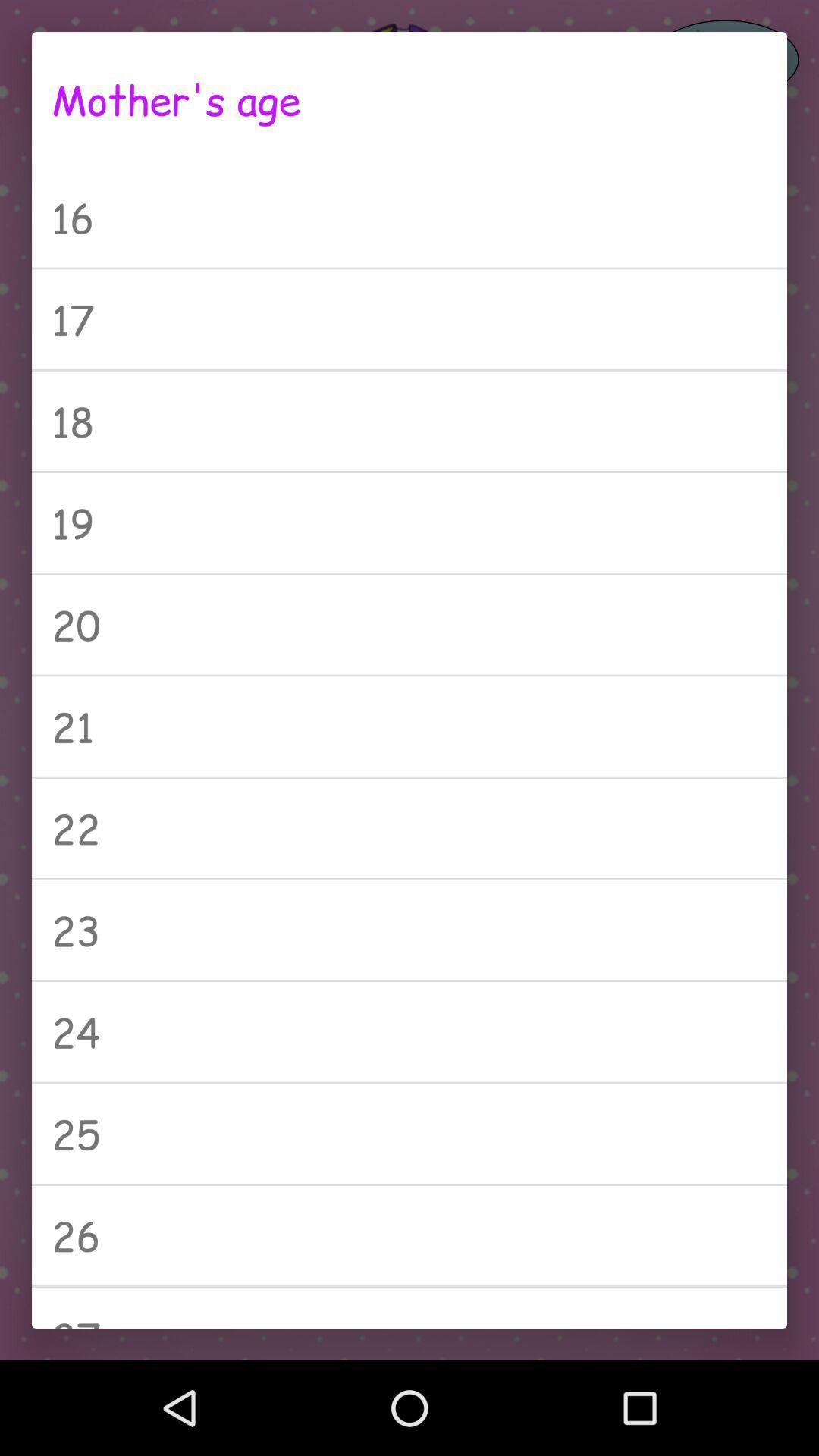  What do you see at coordinates (409, 1235) in the screenshot?
I see `the item above the 27` at bounding box center [409, 1235].